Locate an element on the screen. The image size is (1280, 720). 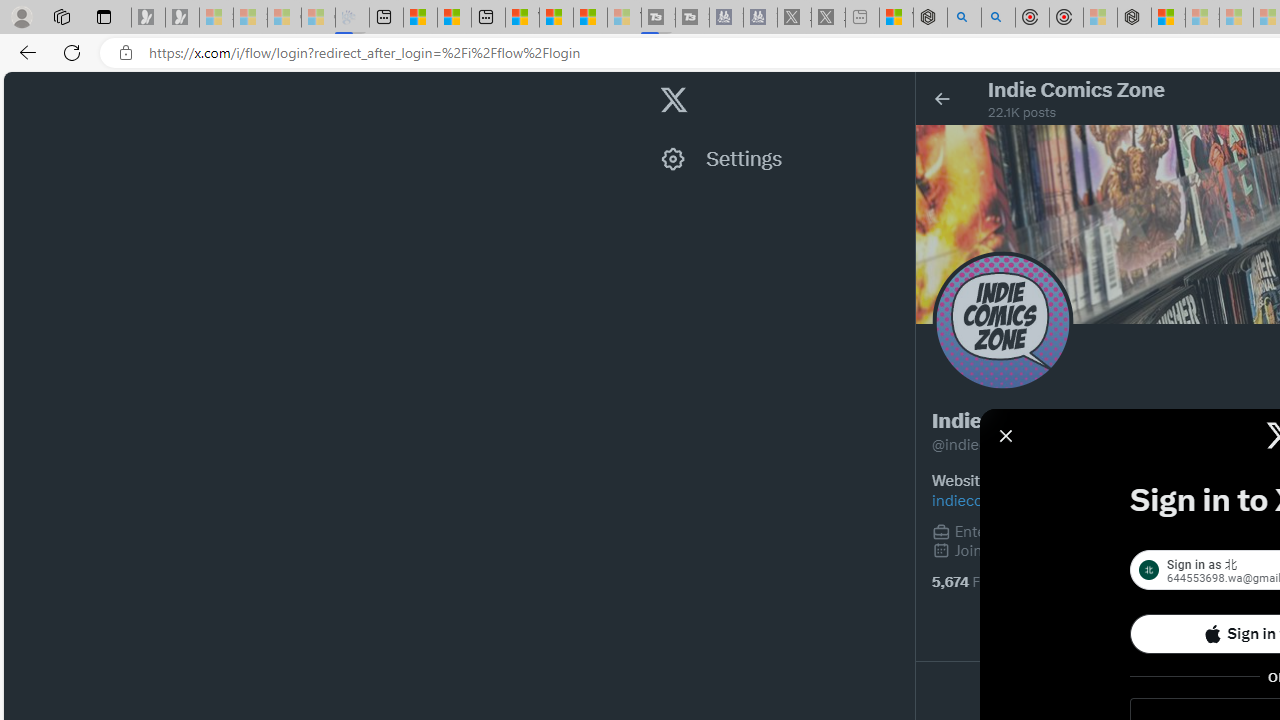
'New tab - Sleeping' is located at coordinates (862, 17).